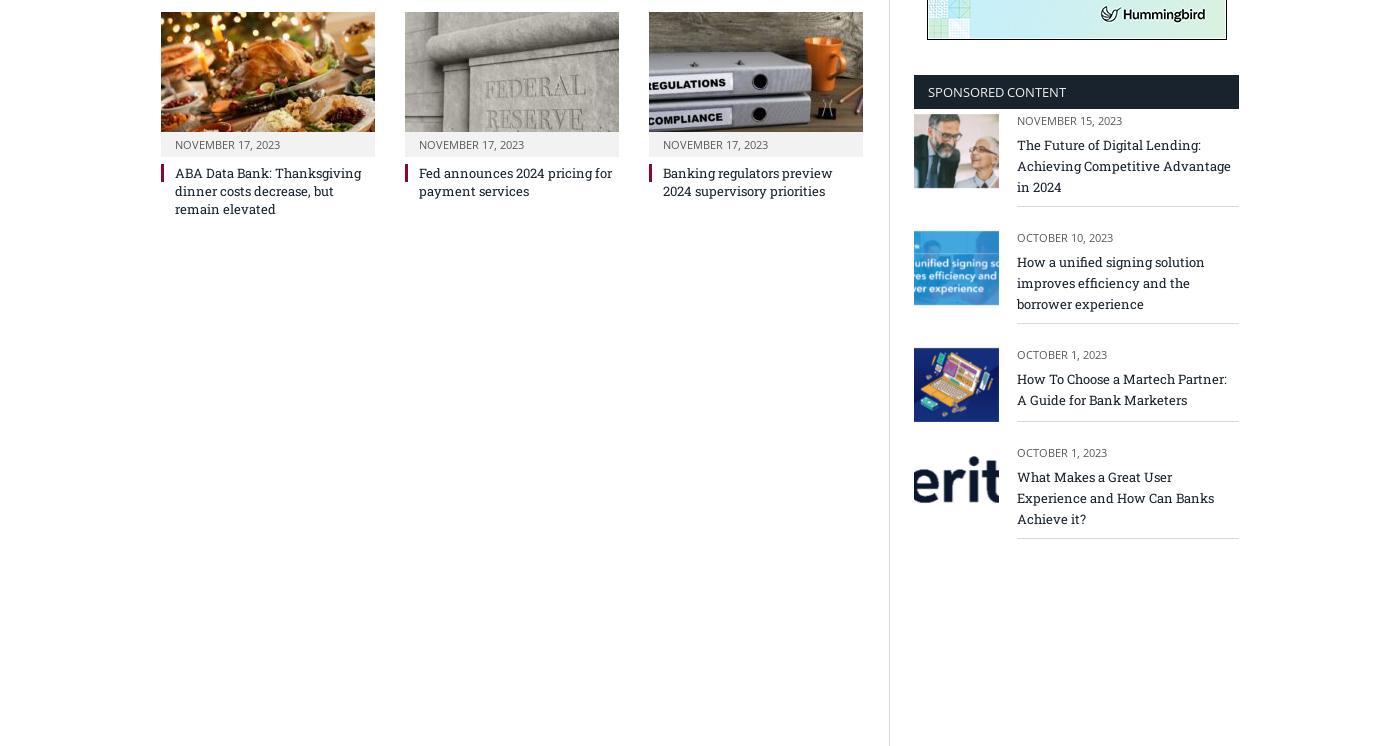 The image size is (1400, 746). What do you see at coordinates (515, 180) in the screenshot?
I see `'Fed announces 2024 pricing for payment services'` at bounding box center [515, 180].